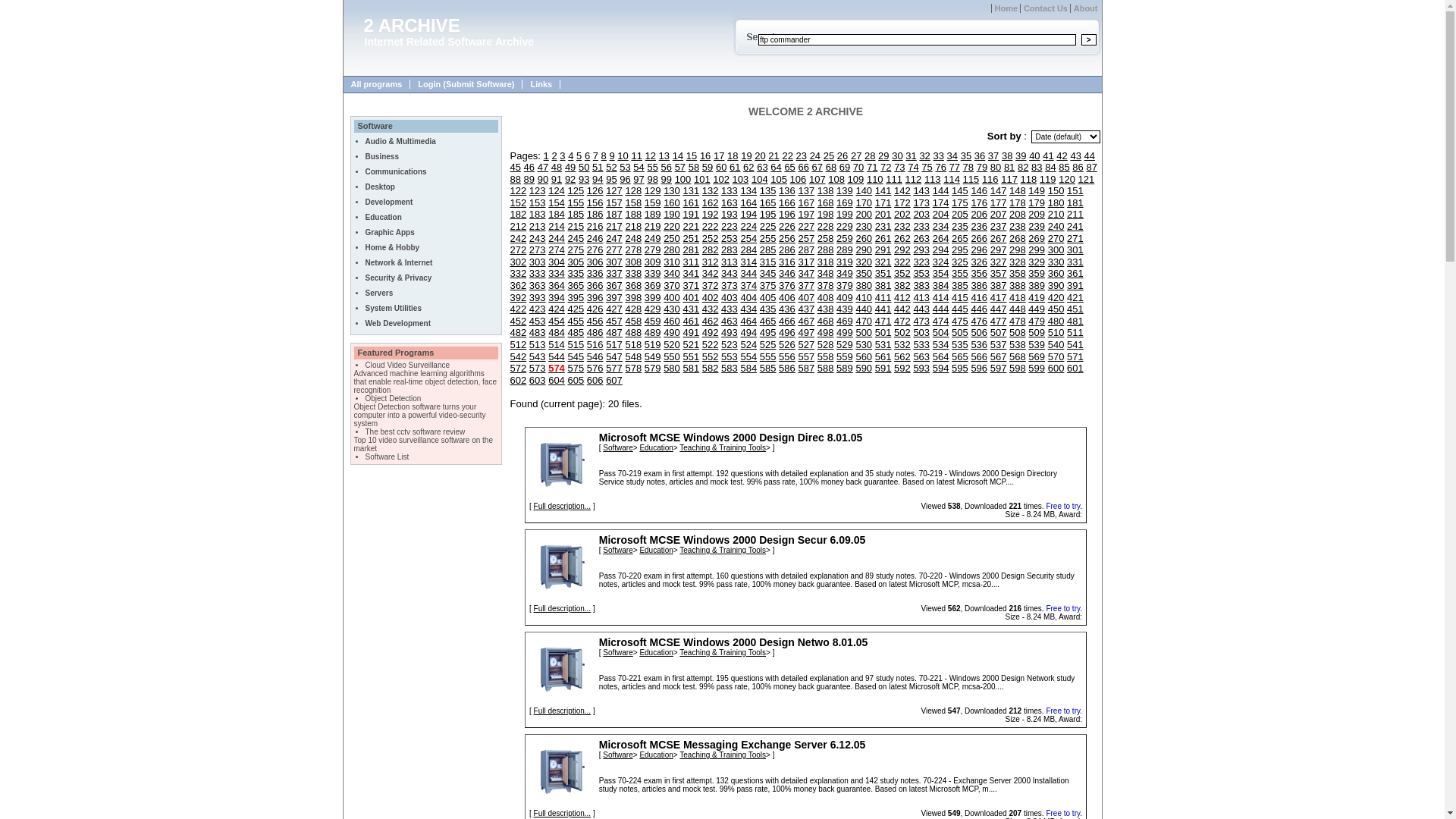  I want to click on '395', so click(574, 297).